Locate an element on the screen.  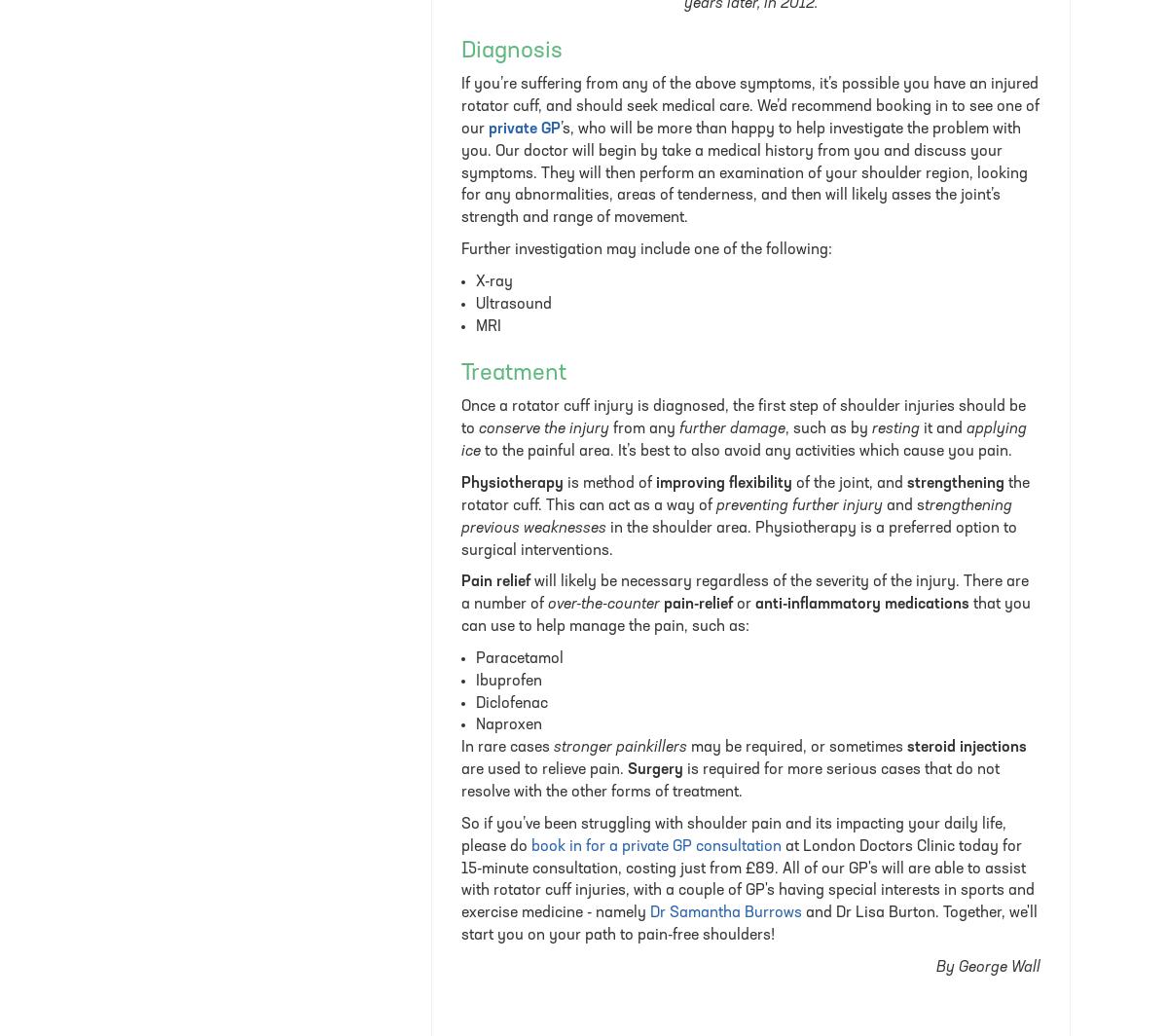
'to the painful area. It’s best to also avoid any activities which cause you pain.' is located at coordinates (480, 452).